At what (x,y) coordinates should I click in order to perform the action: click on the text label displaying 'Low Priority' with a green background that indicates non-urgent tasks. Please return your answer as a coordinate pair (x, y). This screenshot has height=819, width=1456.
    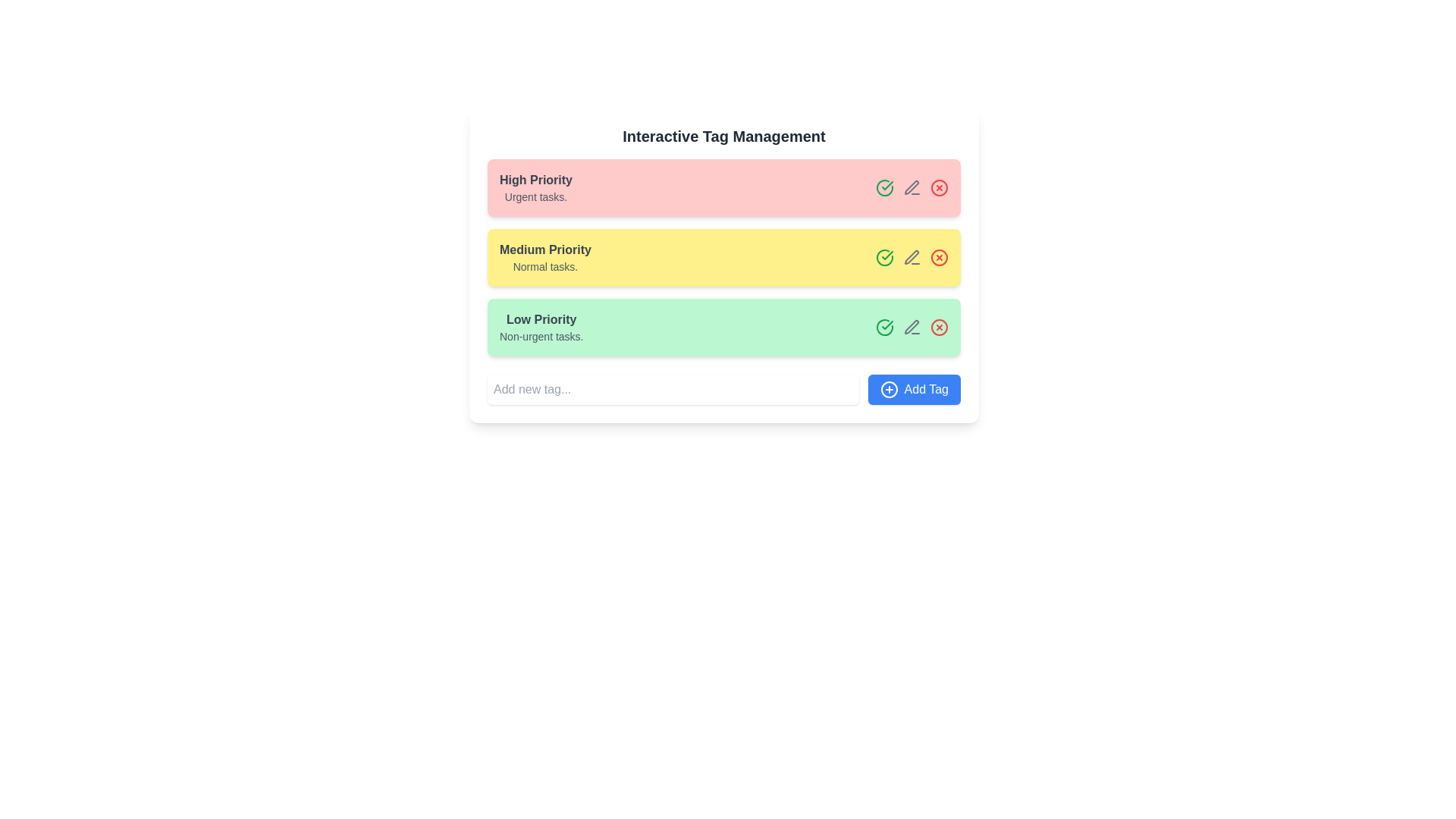
    Looking at the image, I should click on (541, 327).